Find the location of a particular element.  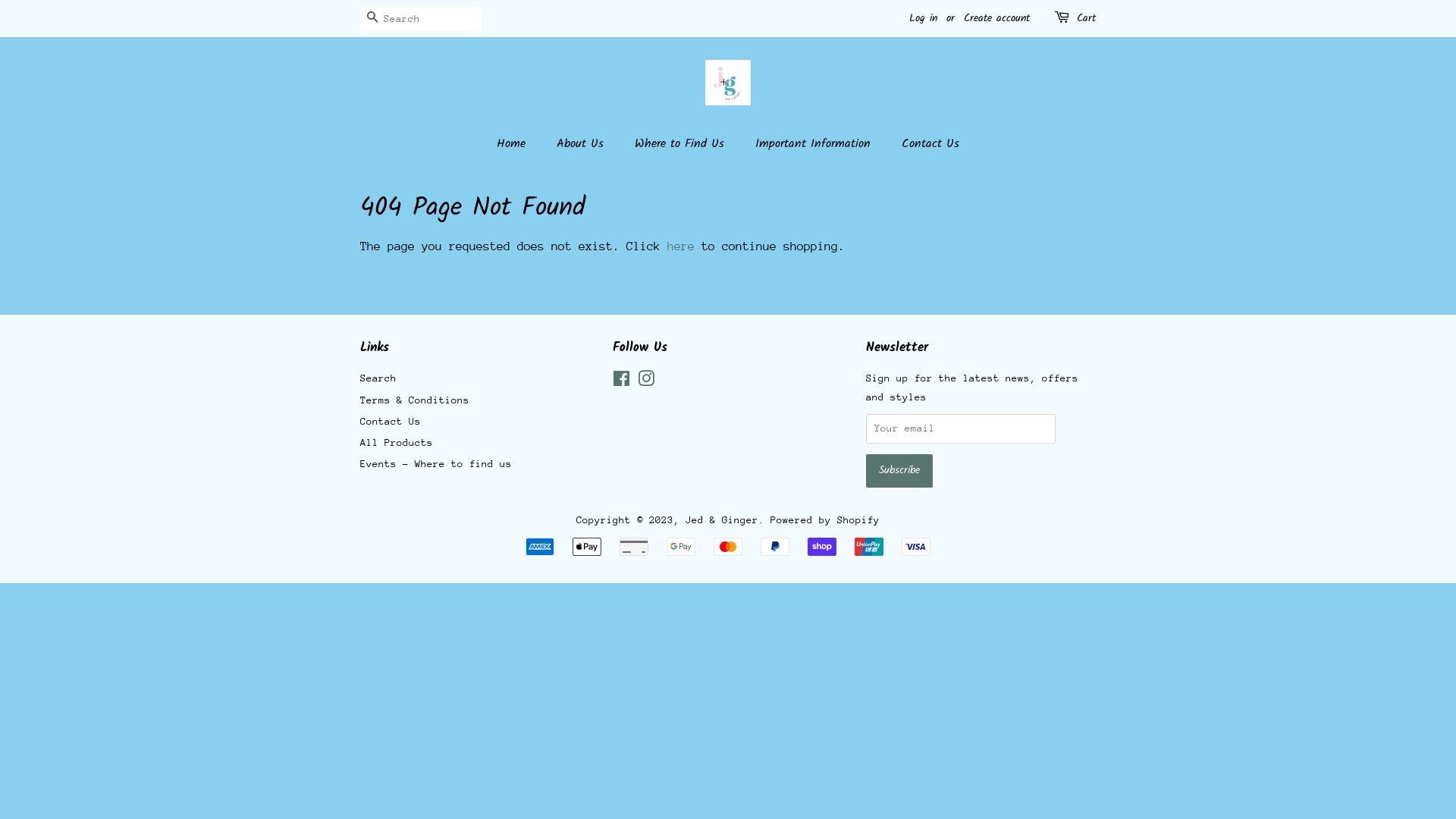

'Terms & Conditions' is located at coordinates (415, 399).